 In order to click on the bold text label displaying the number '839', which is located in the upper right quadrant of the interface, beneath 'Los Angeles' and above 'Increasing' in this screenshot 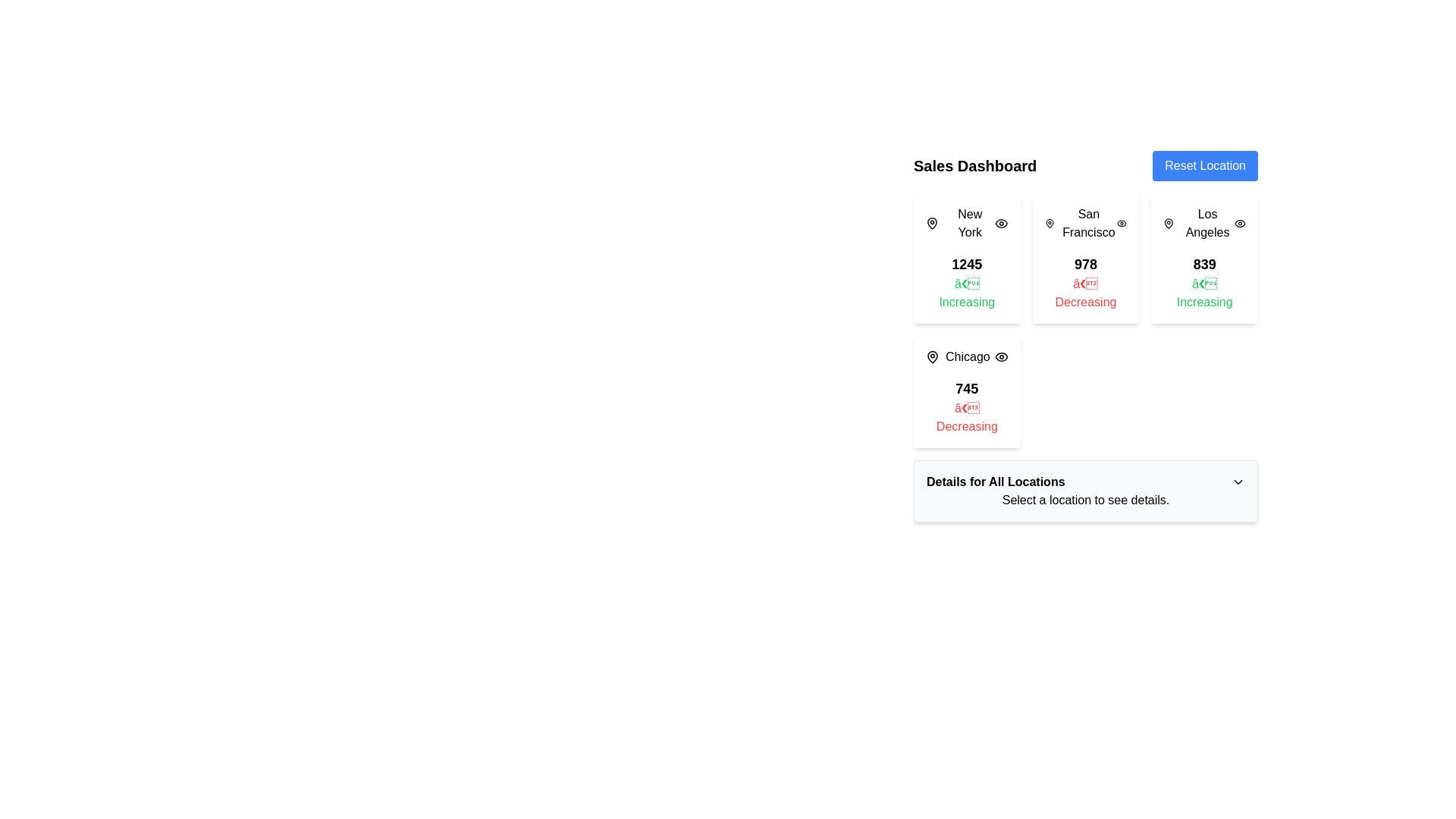, I will do `click(1203, 263)`.